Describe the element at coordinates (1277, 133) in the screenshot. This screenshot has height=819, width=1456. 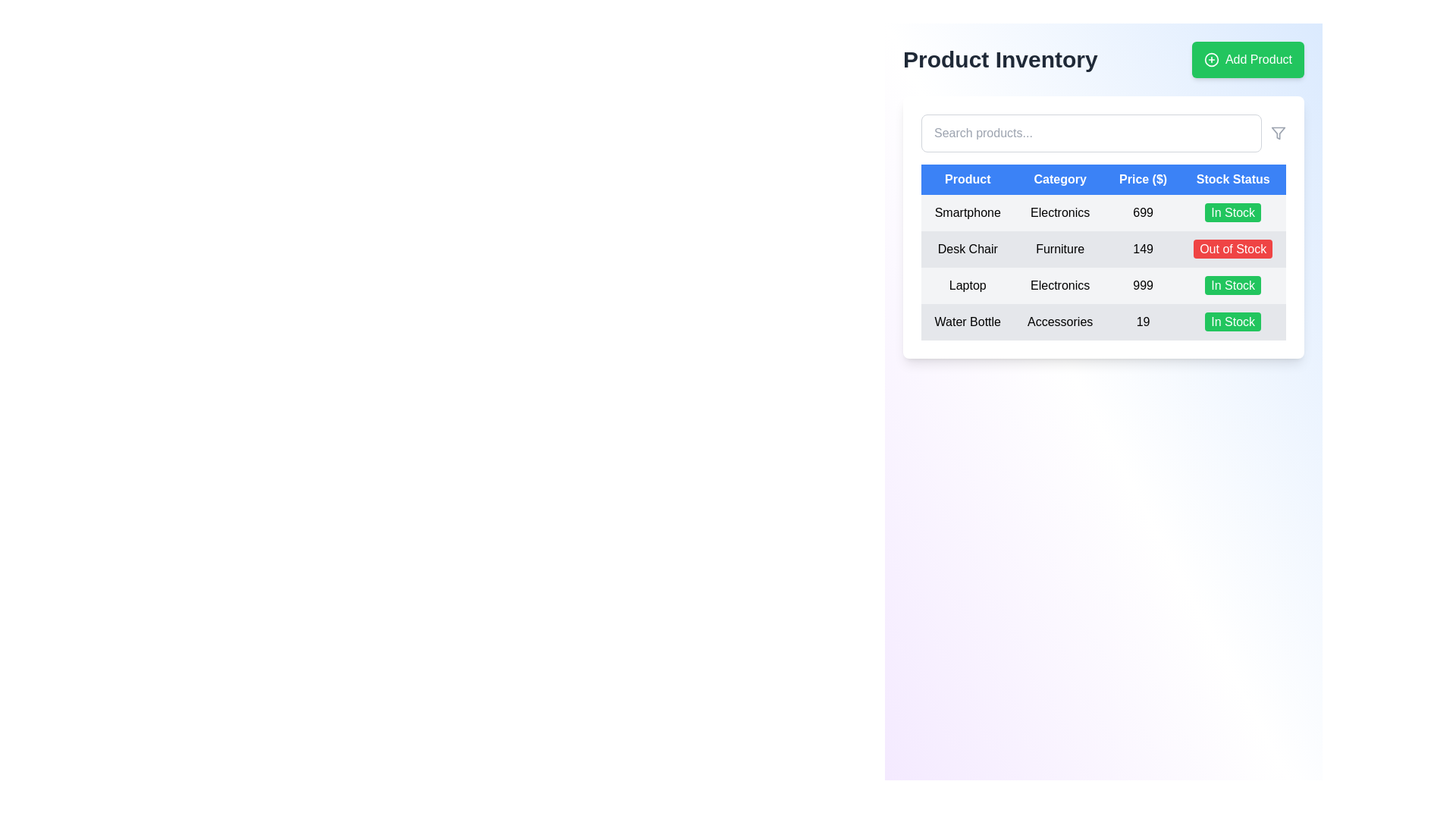
I see `the funnel icon, which represents the filter functionality, located to the right of the search input field in the top section under 'Product Inventory'` at that location.